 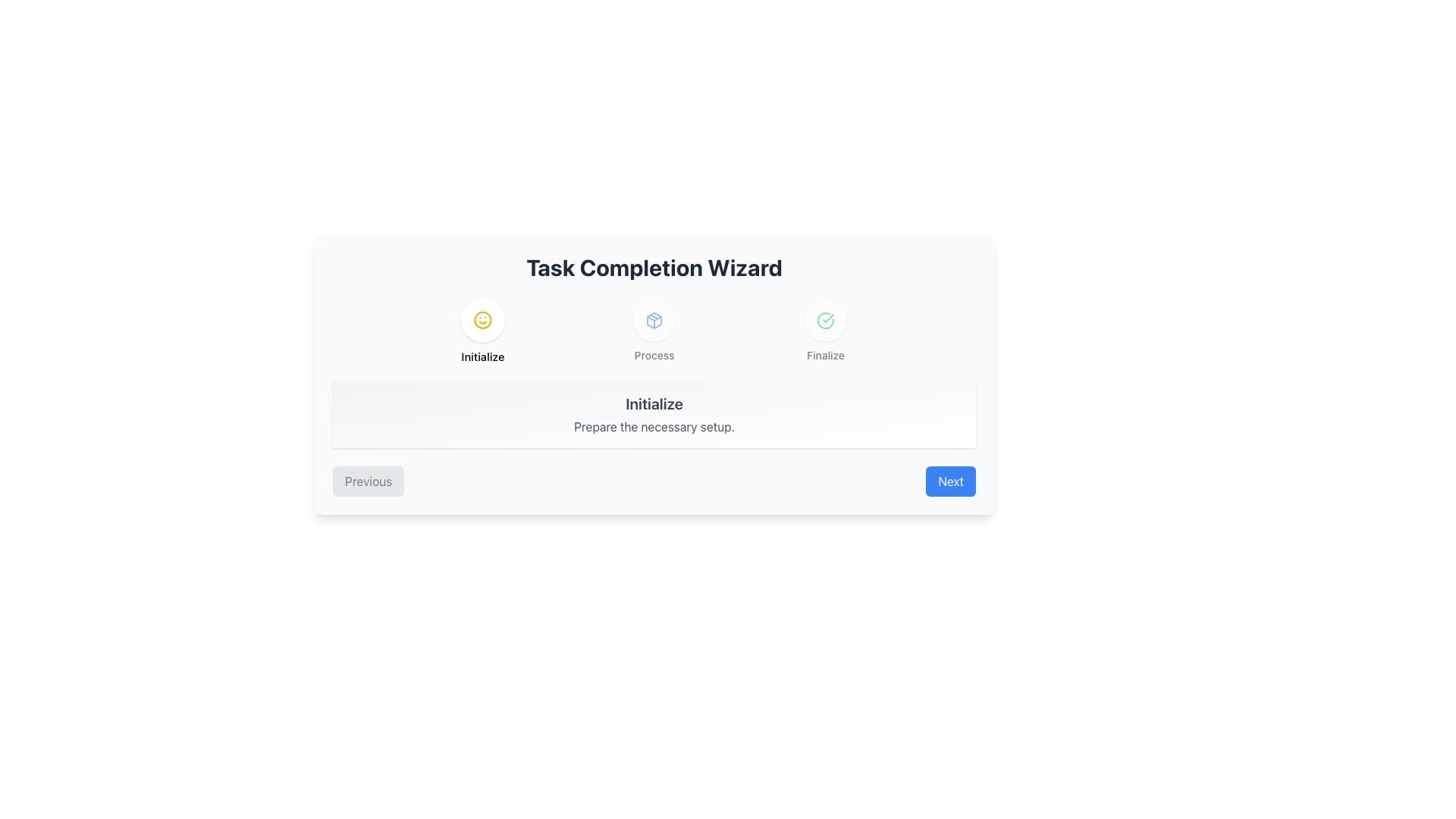 What do you see at coordinates (825, 356) in the screenshot?
I see `the 'Finalize' text label, which indicates the completion of the last step in the wizard, located under a circular green checkmark icon` at bounding box center [825, 356].